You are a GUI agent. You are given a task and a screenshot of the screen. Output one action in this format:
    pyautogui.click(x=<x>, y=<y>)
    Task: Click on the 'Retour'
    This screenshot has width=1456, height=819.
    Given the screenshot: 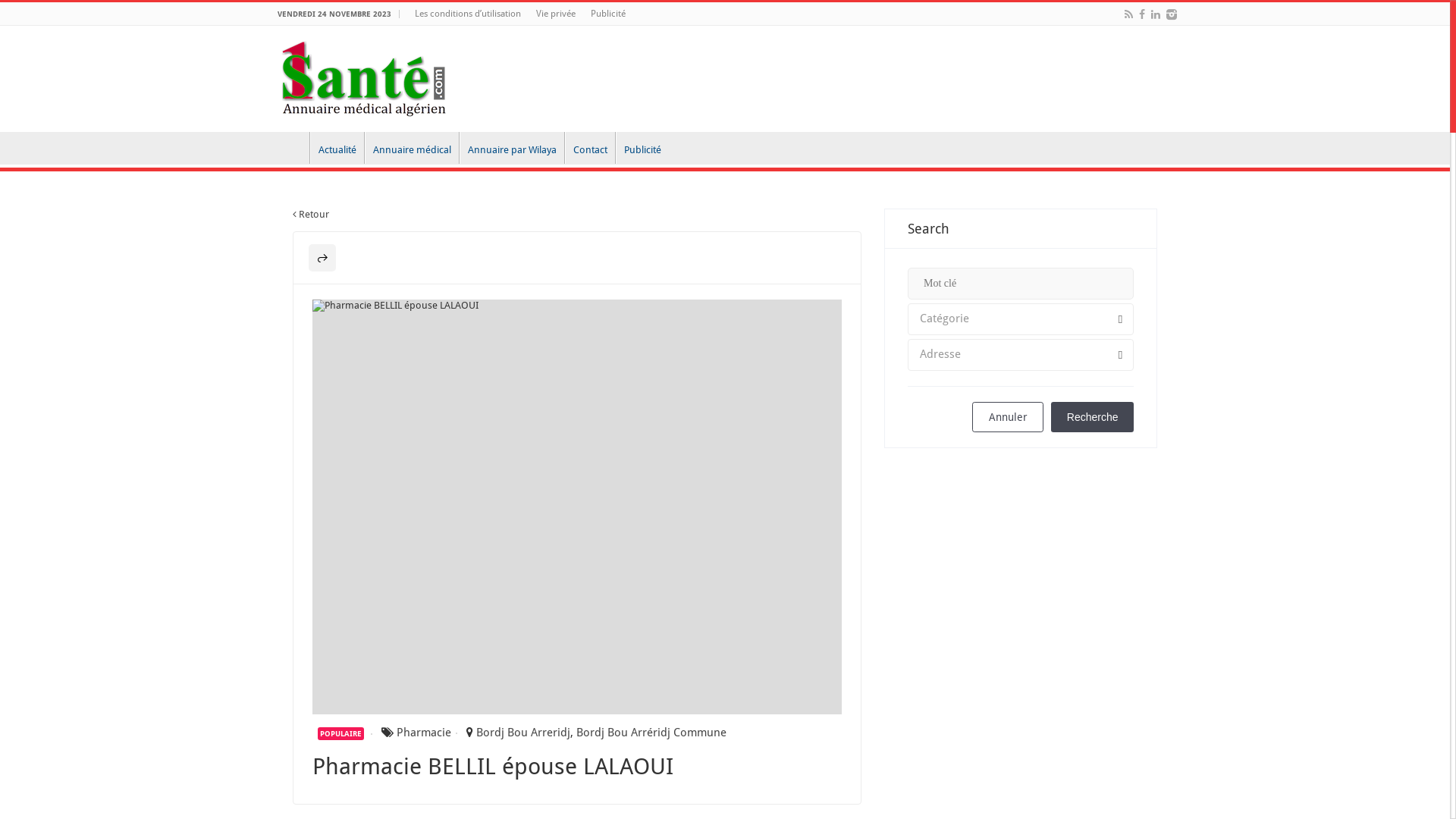 What is the action you would take?
    pyautogui.click(x=309, y=214)
    